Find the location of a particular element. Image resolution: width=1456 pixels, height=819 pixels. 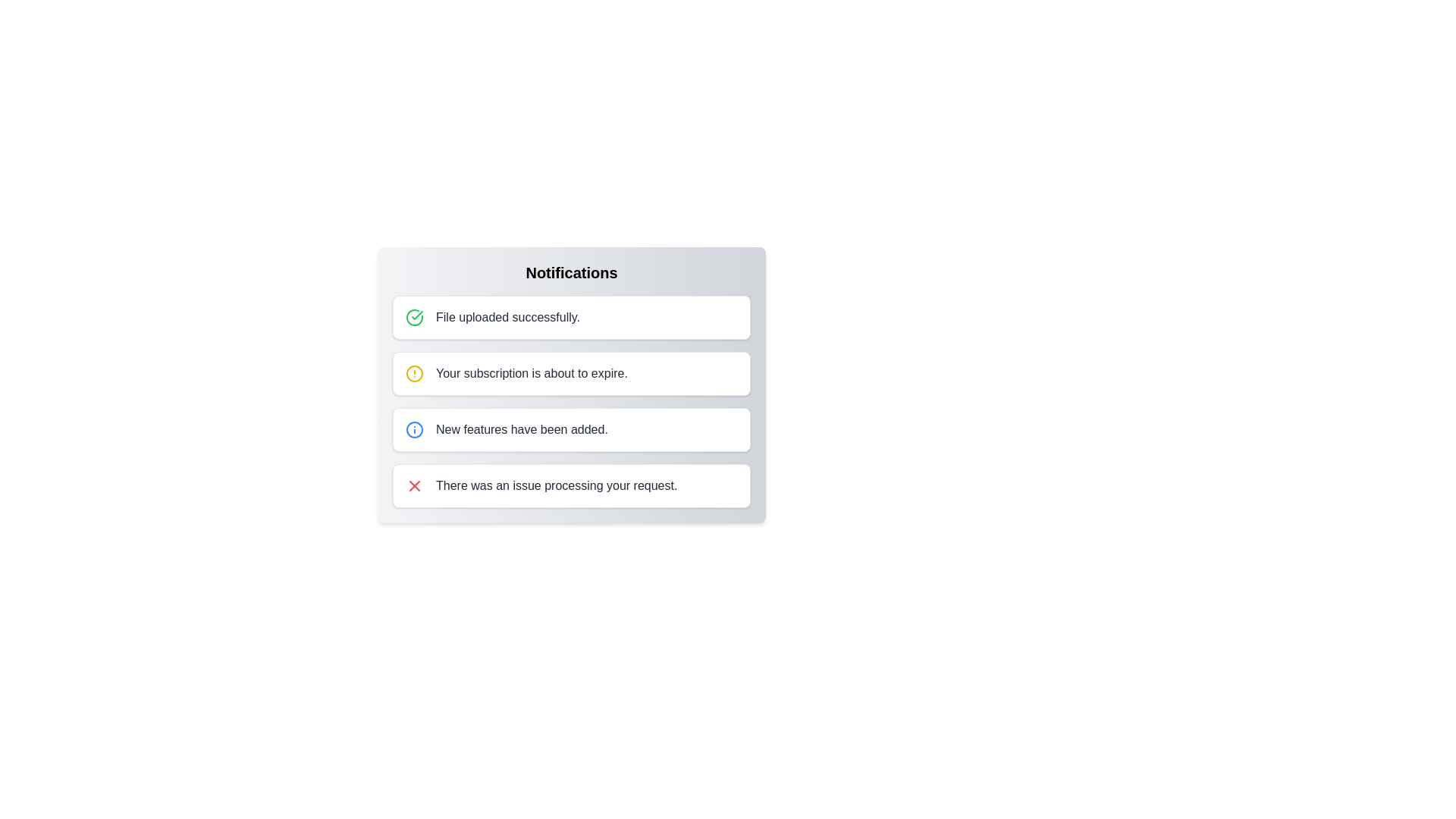

the text label displaying 'File uploaded successfully.' in the topmost notification card located near the top left of the notification box is located at coordinates (508, 317).